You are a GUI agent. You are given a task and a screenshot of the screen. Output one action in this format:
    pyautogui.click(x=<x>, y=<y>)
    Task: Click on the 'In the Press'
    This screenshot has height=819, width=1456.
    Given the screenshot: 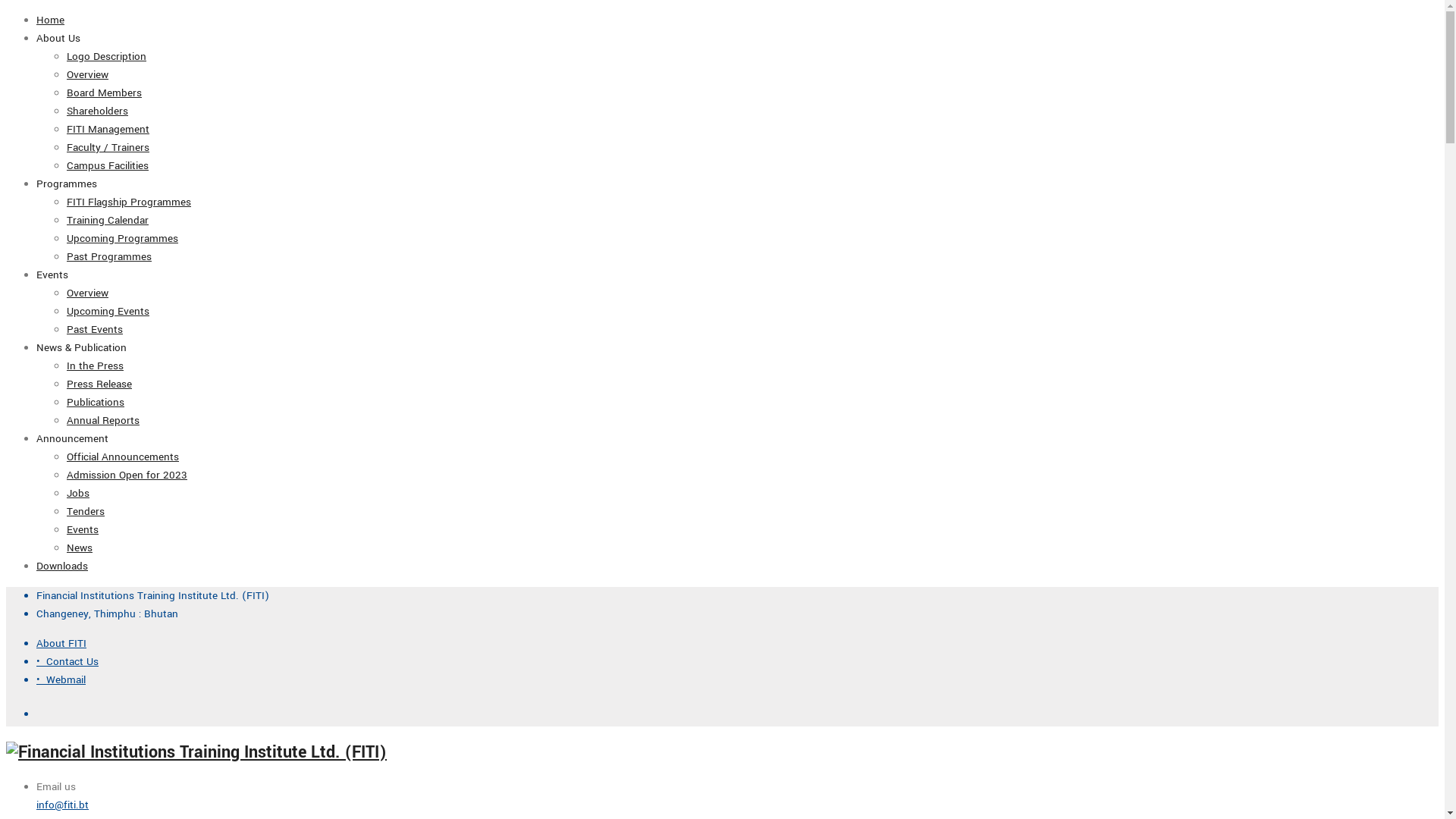 What is the action you would take?
    pyautogui.click(x=94, y=366)
    